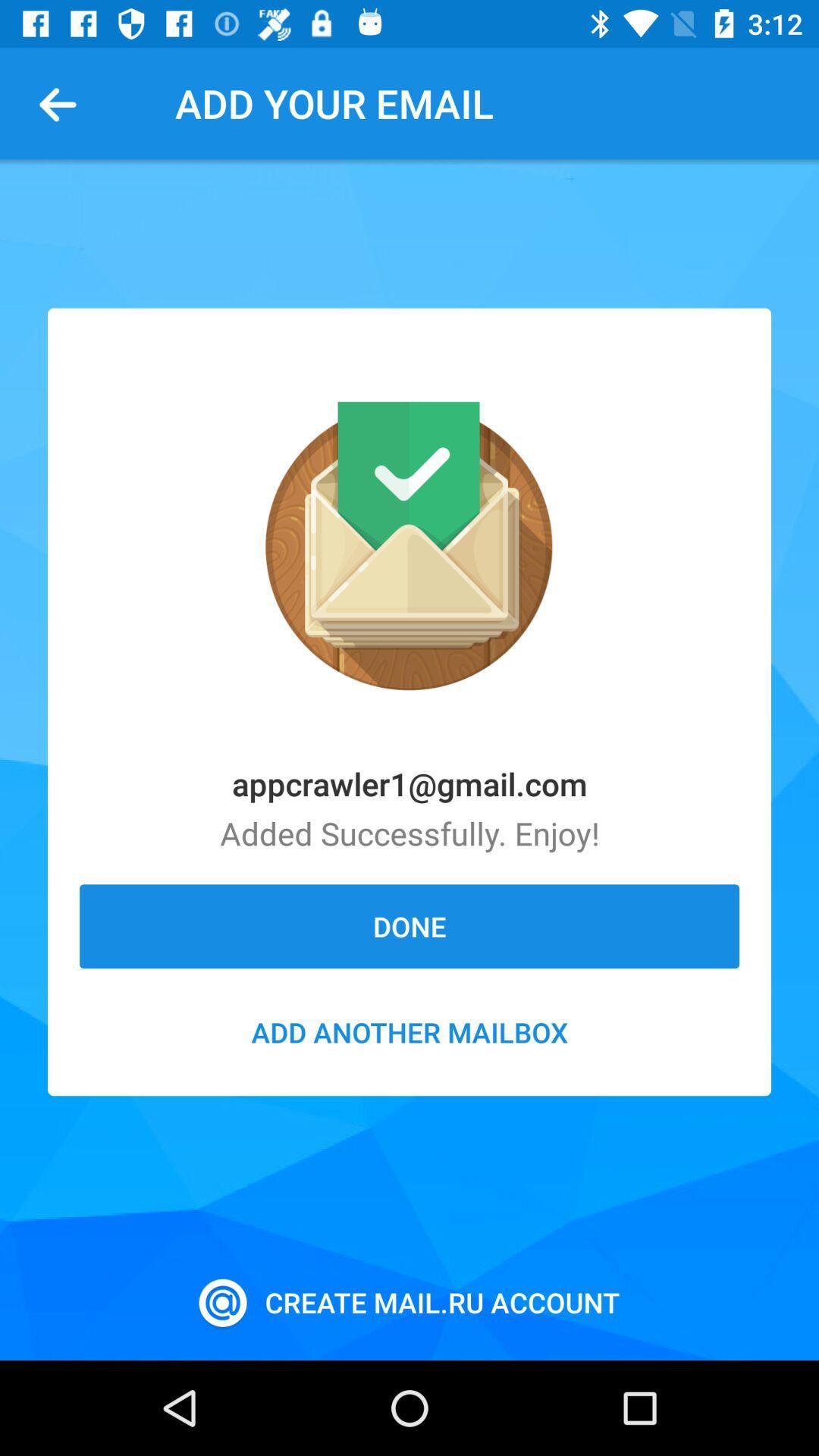 This screenshot has height=1456, width=819. Describe the element at coordinates (63, 102) in the screenshot. I see `item to the left of add your email app` at that location.